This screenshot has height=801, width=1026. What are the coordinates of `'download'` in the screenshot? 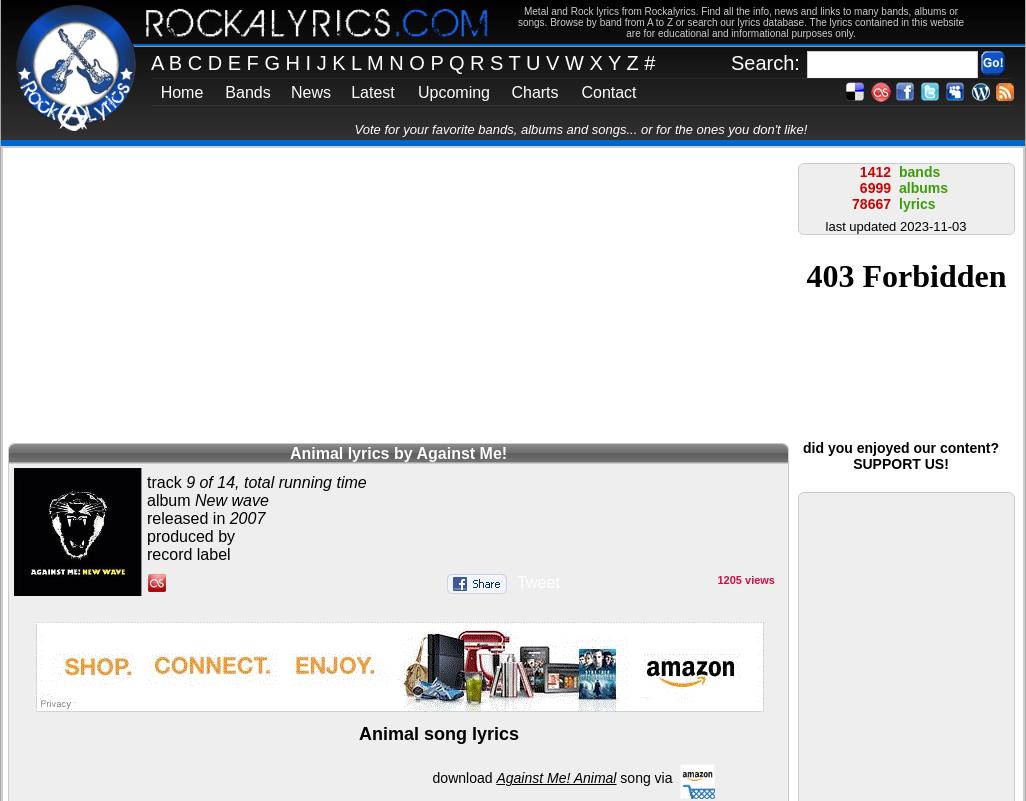 It's located at (462, 777).